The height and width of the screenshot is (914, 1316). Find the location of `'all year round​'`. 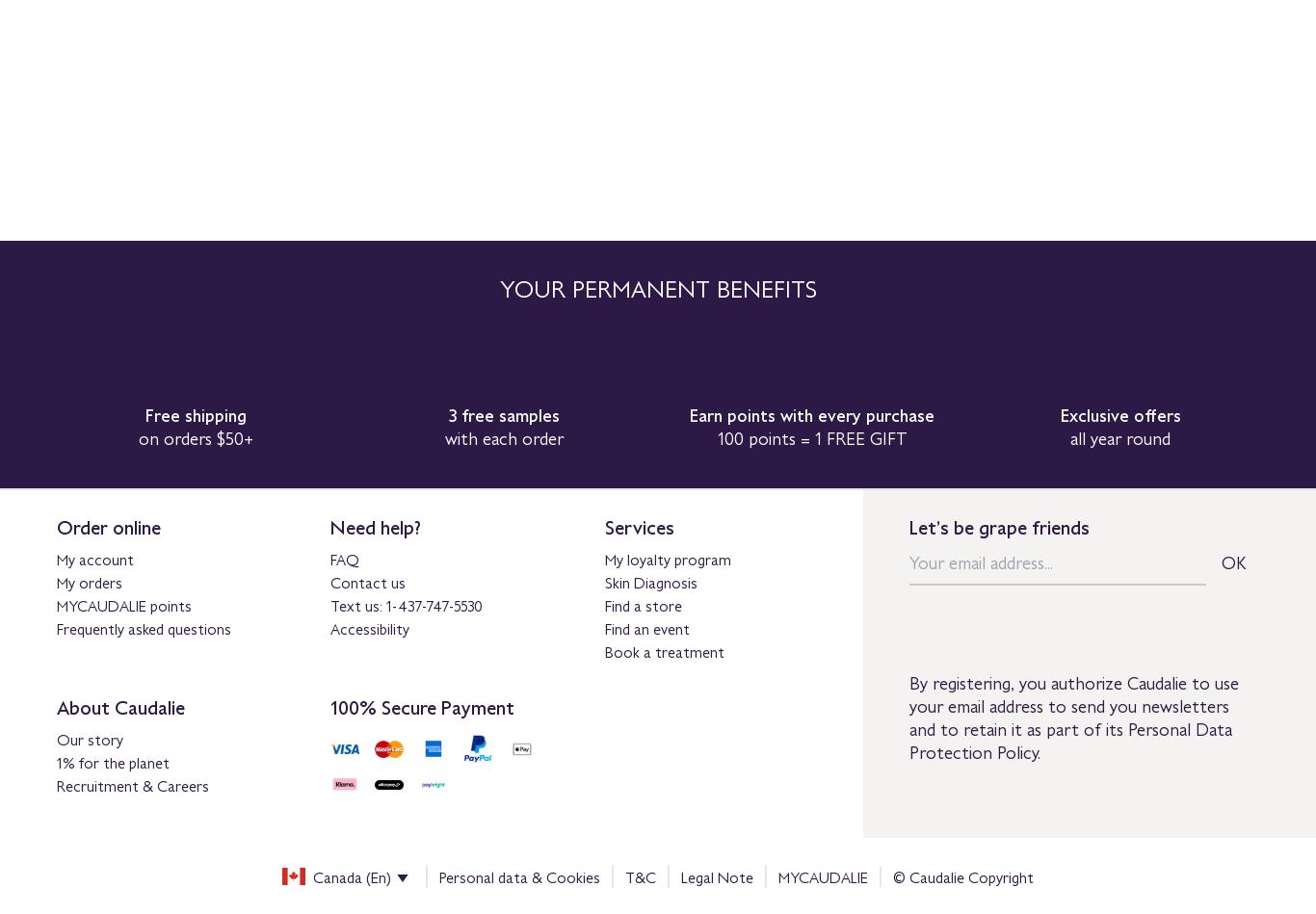

'all year round​' is located at coordinates (1120, 437).